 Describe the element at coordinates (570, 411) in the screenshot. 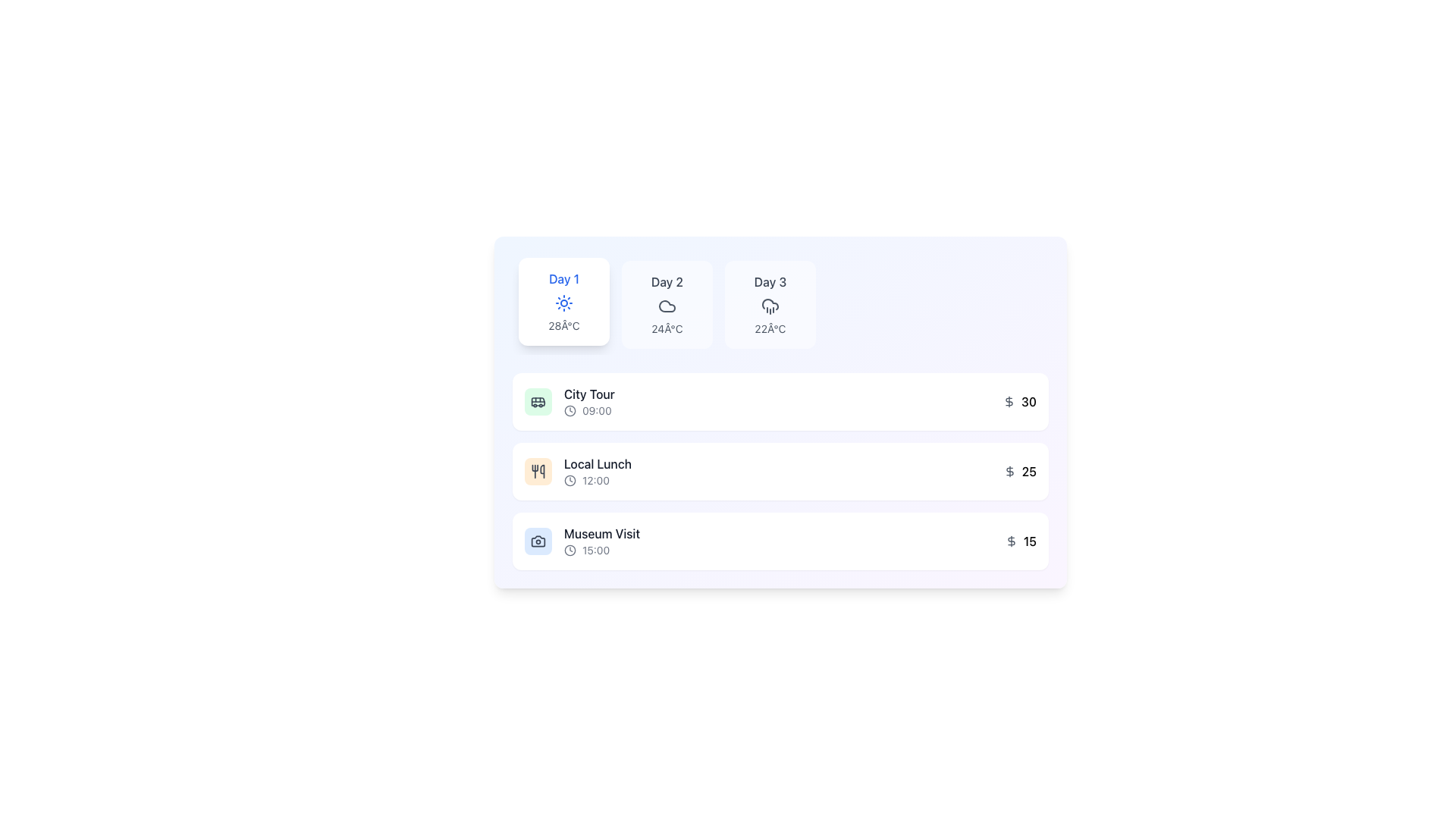

I see `the clock icon located to the left of the text '09:00' in the middle row of the schedule under 'City Tour'` at that location.